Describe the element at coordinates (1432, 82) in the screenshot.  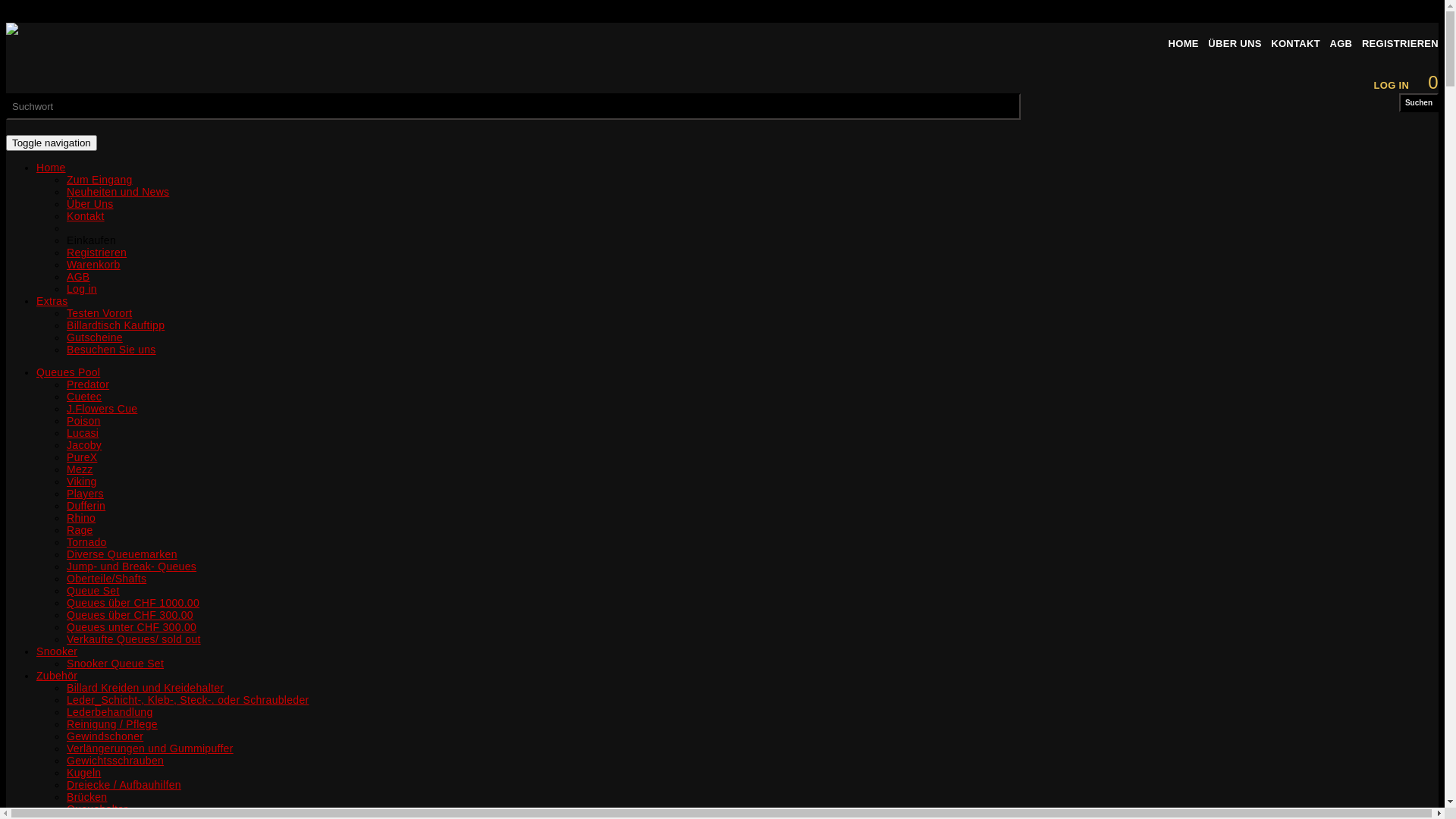
I see `'0'` at that location.